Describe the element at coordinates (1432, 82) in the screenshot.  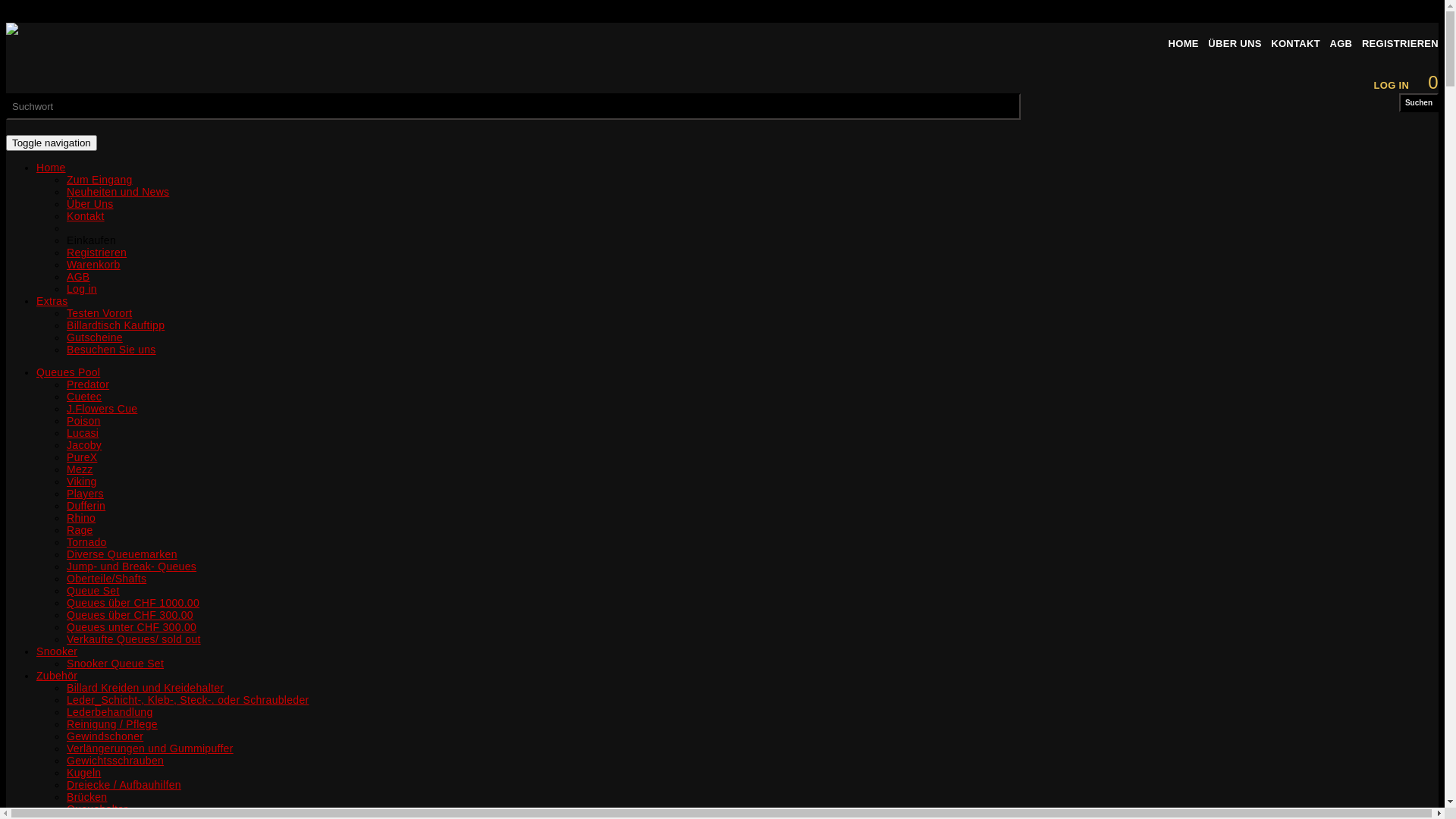
I see `'0'` at that location.